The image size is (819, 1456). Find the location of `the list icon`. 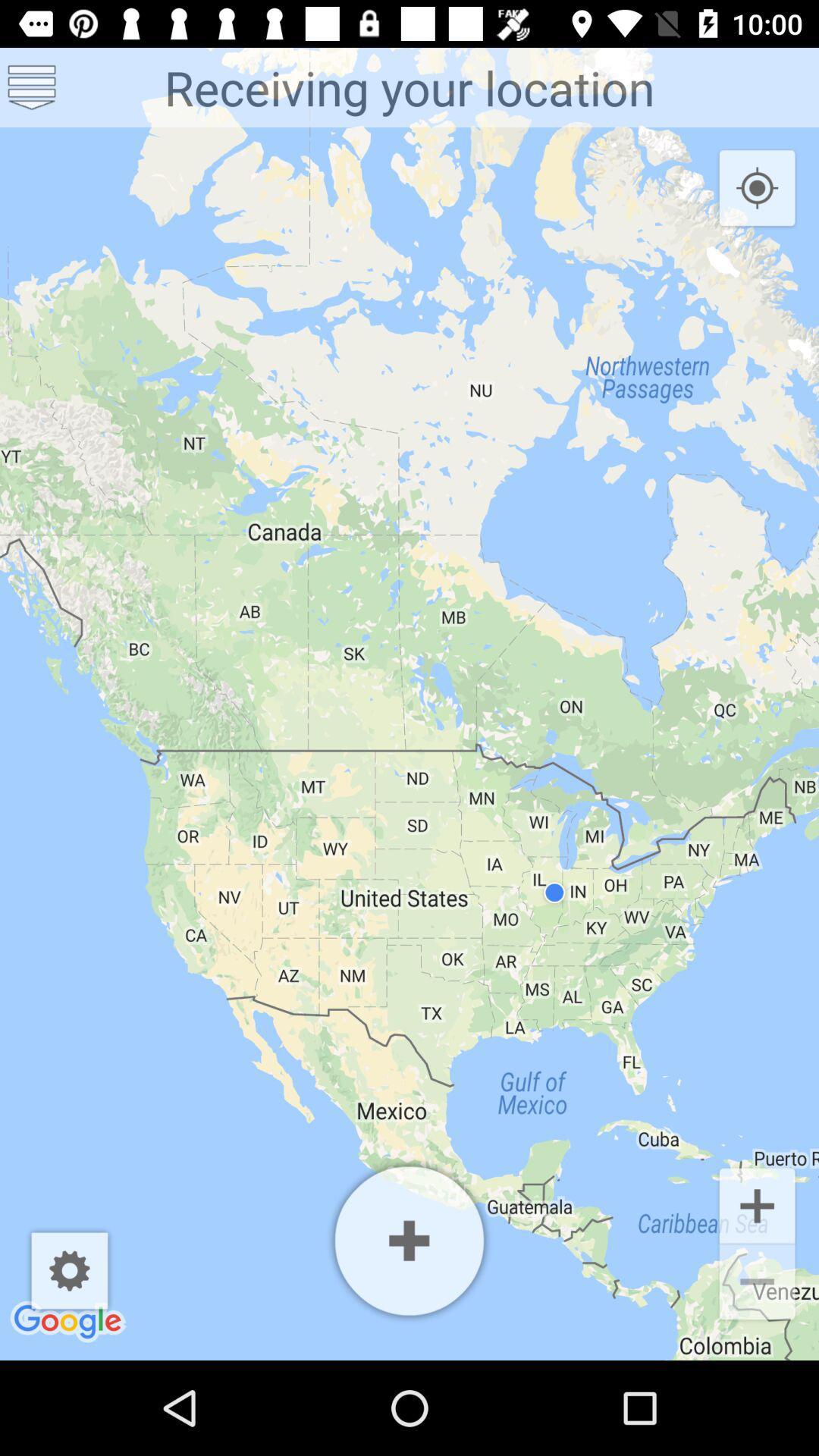

the list icon is located at coordinates (32, 86).